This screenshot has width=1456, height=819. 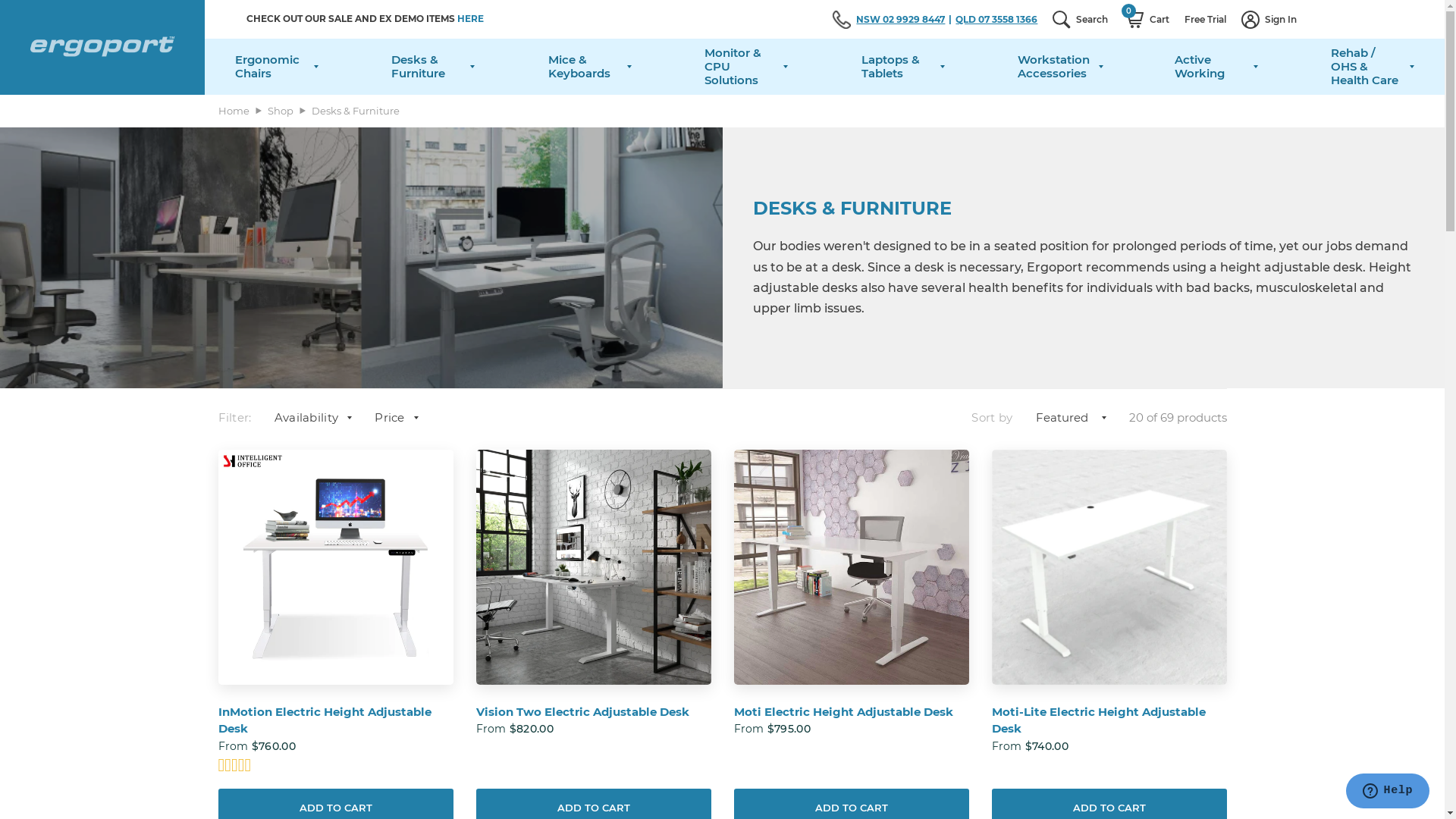 What do you see at coordinates (588, 66) in the screenshot?
I see `'Mice & Keyboards'` at bounding box center [588, 66].